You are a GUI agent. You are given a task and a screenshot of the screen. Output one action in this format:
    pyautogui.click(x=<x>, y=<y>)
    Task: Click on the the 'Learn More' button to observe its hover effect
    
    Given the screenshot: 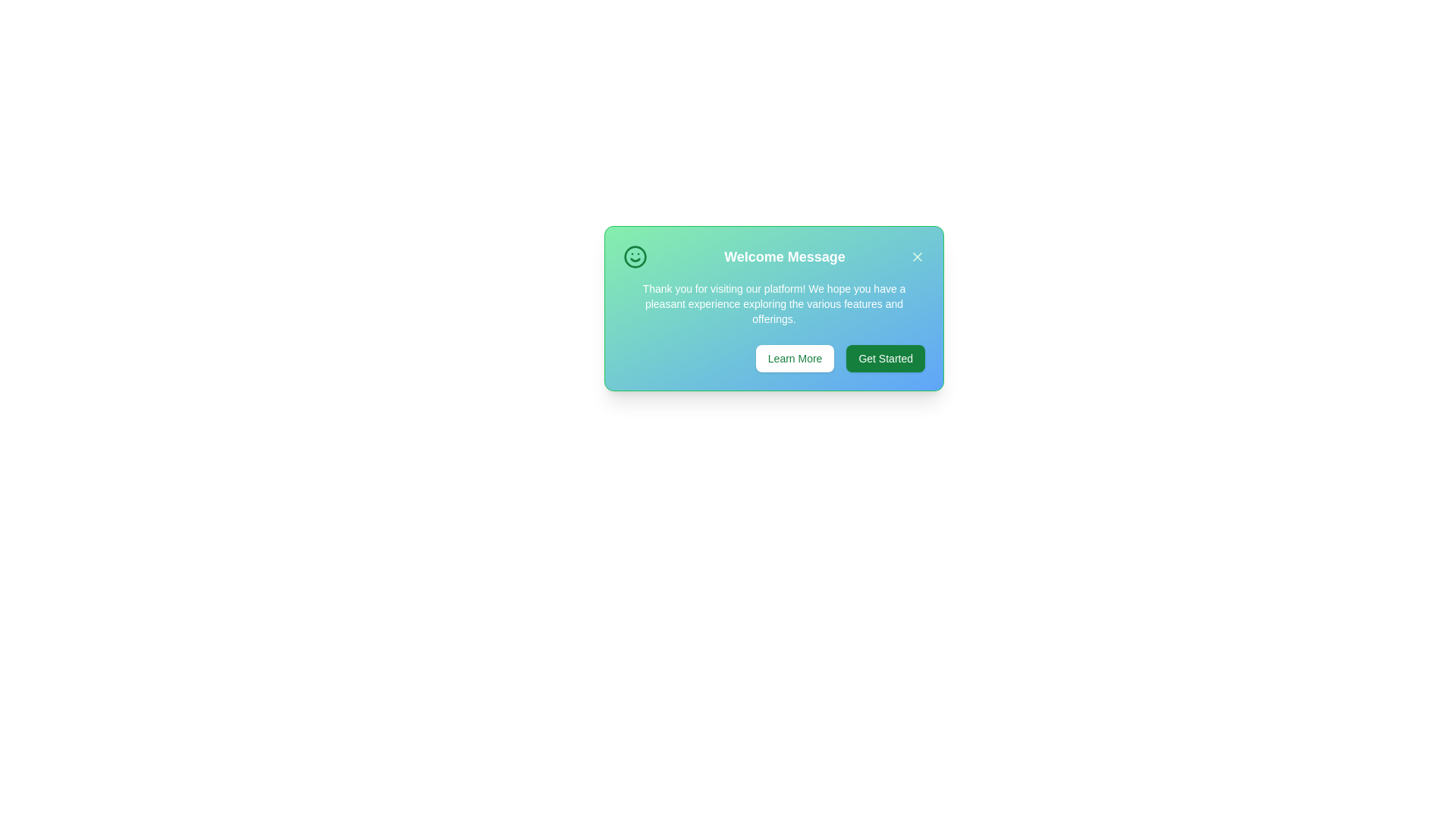 What is the action you would take?
    pyautogui.click(x=794, y=359)
    